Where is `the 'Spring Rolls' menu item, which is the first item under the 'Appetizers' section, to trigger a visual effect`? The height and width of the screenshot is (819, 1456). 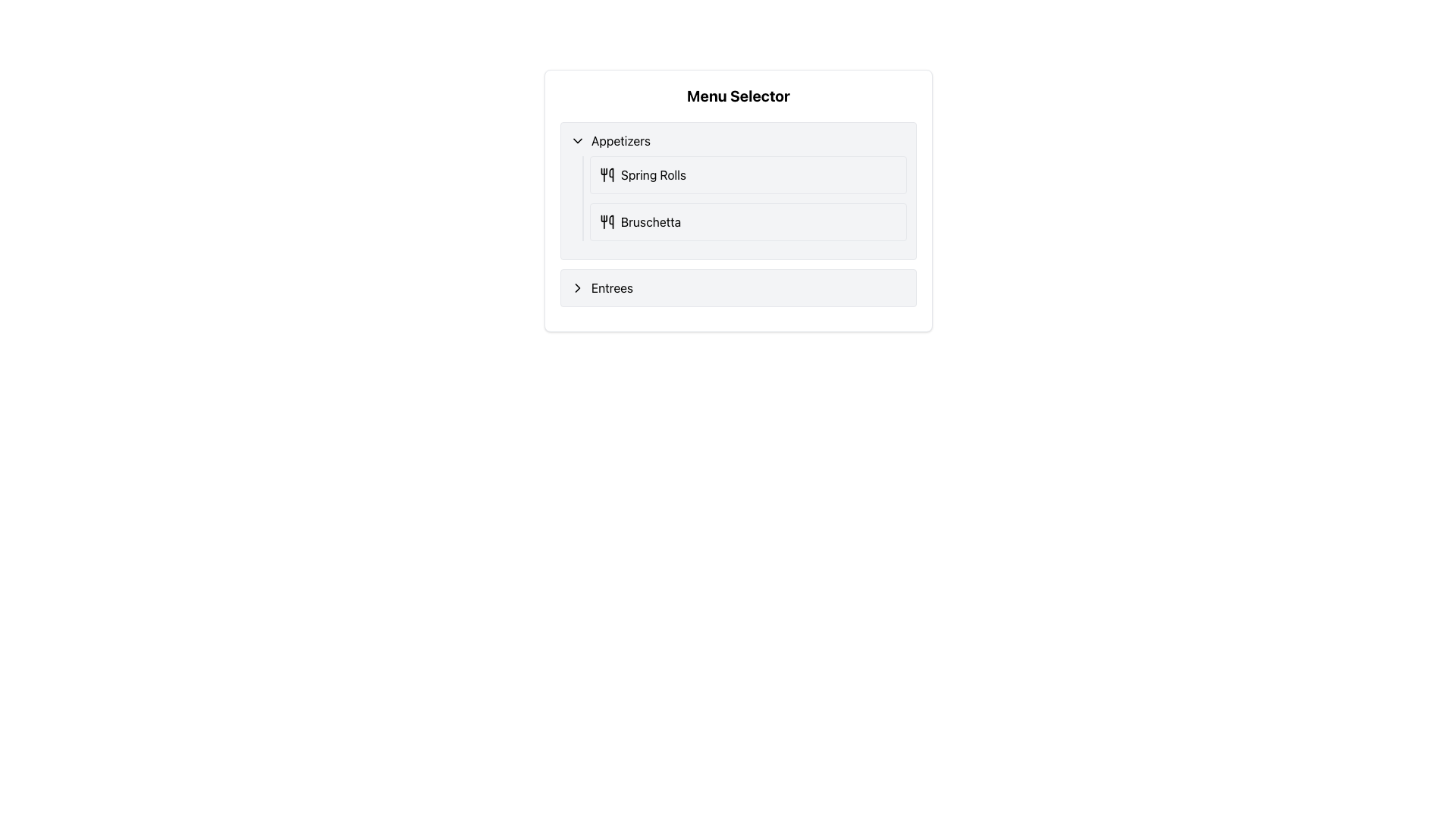
the 'Spring Rolls' menu item, which is the first item under the 'Appetizers' section, to trigger a visual effect is located at coordinates (748, 174).